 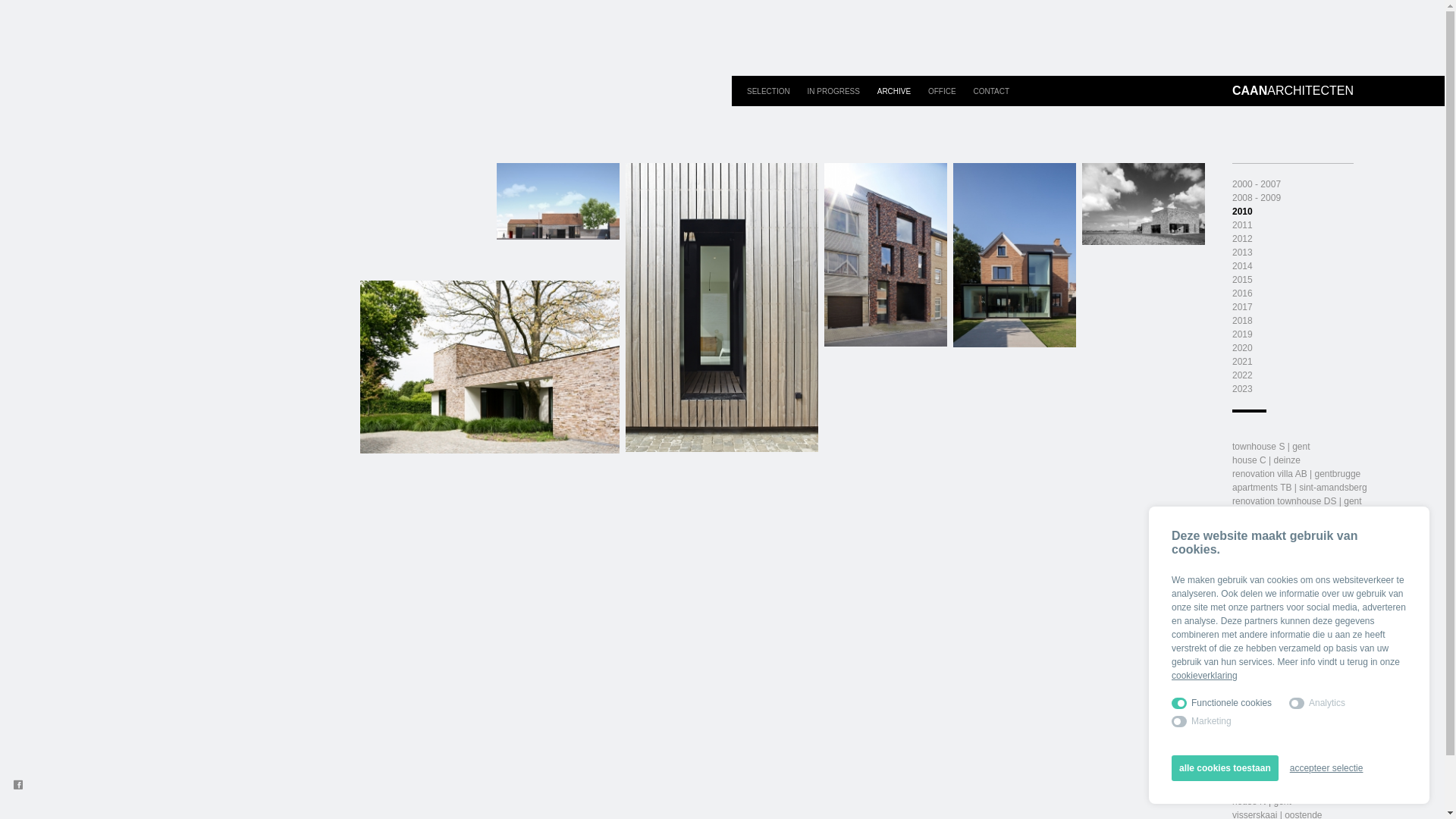 What do you see at coordinates (941, 91) in the screenshot?
I see `'OFFICE'` at bounding box center [941, 91].